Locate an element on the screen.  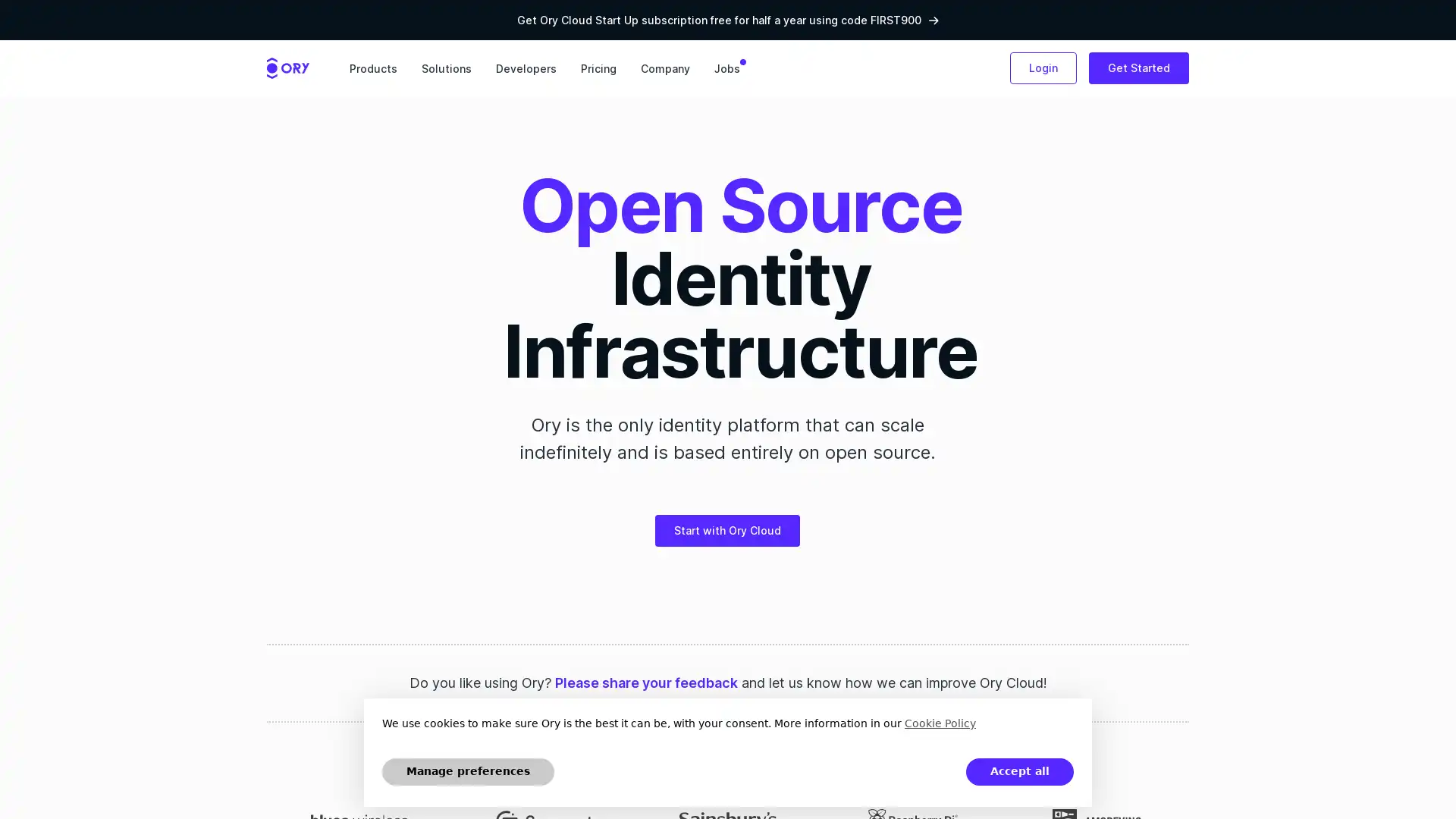
Manage preferences is located at coordinates (467, 772).